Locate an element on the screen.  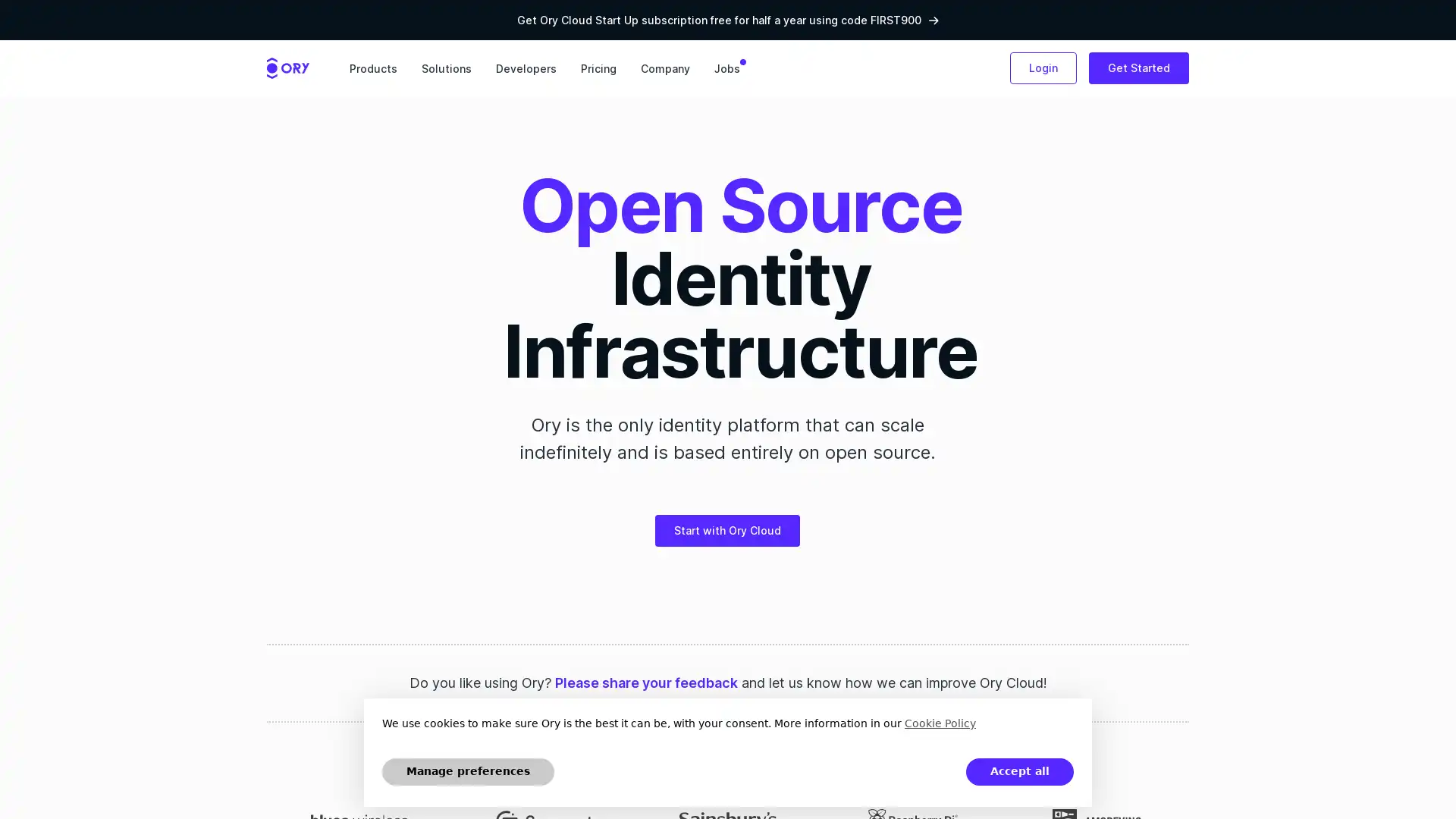
Manage preferences is located at coordinates (467, 772).